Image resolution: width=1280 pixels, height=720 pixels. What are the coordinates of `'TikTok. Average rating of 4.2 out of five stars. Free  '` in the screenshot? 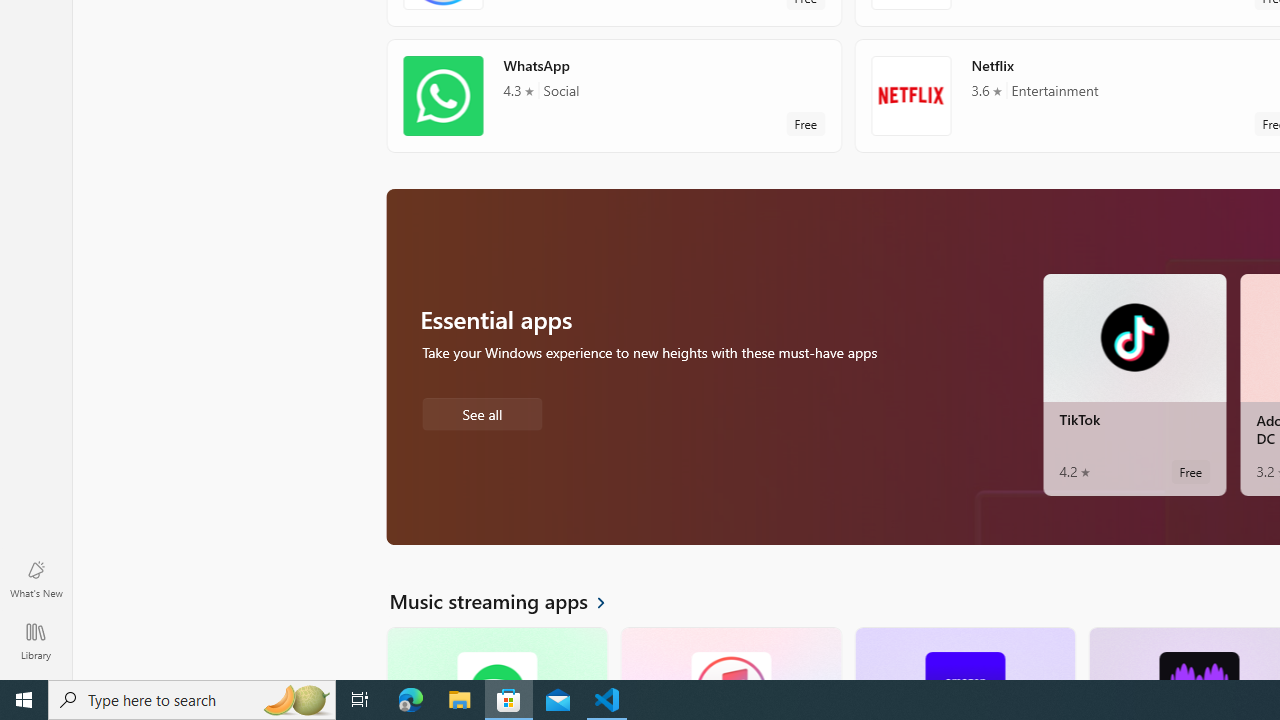 It's located at (1134, 384).